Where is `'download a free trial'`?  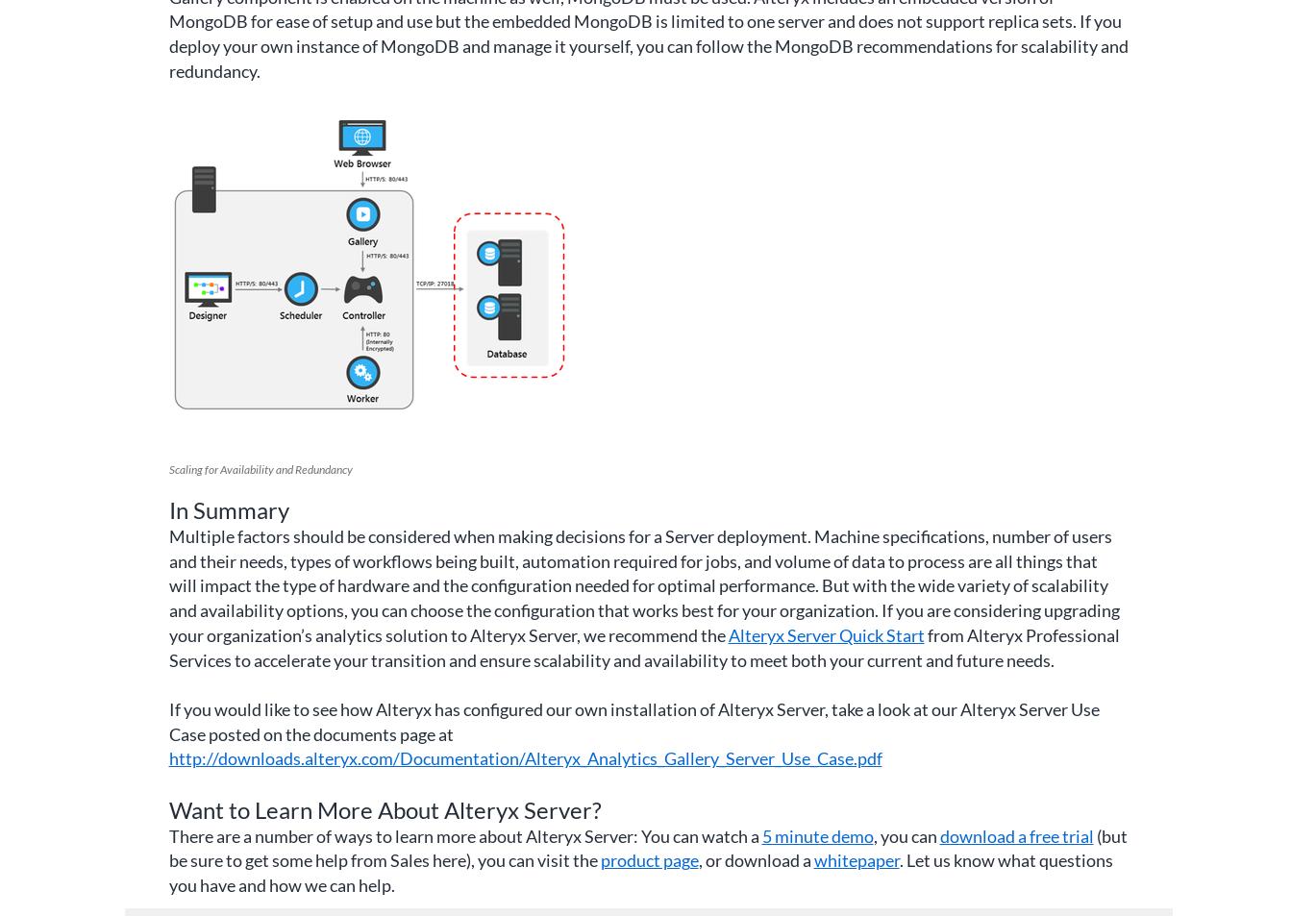 'download a free trial' is located at coordinates (1016, 835).